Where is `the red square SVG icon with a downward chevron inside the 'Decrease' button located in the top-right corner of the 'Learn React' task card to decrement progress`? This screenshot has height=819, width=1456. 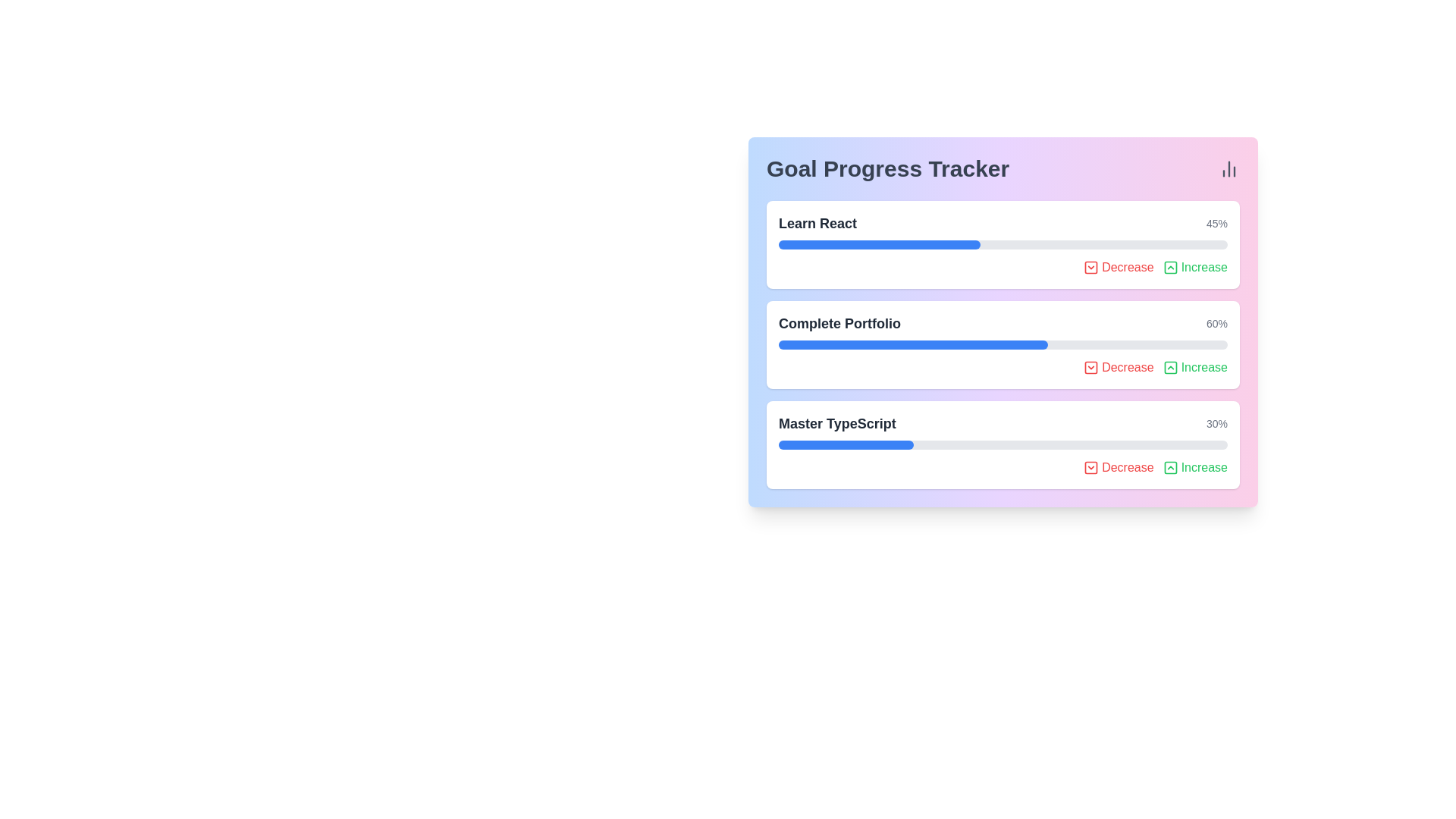
the red square SVG icon with a downward chevron inside the 'Decrease' button located in the top-right corner of the 'Learn React' task card to decrement progress is located at coordinates (1090, 267).